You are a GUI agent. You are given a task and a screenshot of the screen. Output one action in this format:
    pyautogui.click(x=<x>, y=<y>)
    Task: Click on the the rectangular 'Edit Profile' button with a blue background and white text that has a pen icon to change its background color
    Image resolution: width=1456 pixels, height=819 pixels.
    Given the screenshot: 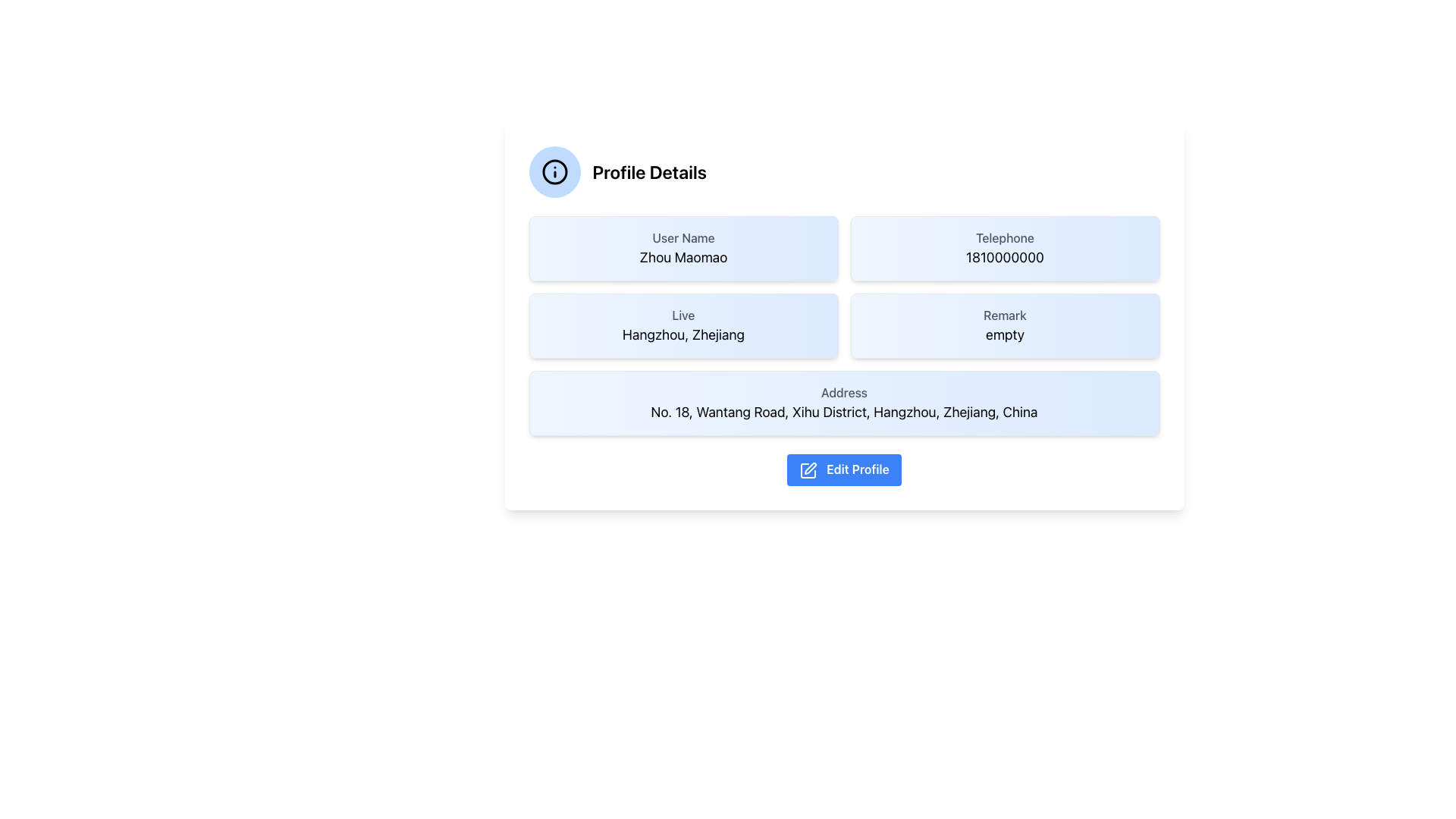 What is the action you would take?
    pyautogui.click(x=843, y=469)
    